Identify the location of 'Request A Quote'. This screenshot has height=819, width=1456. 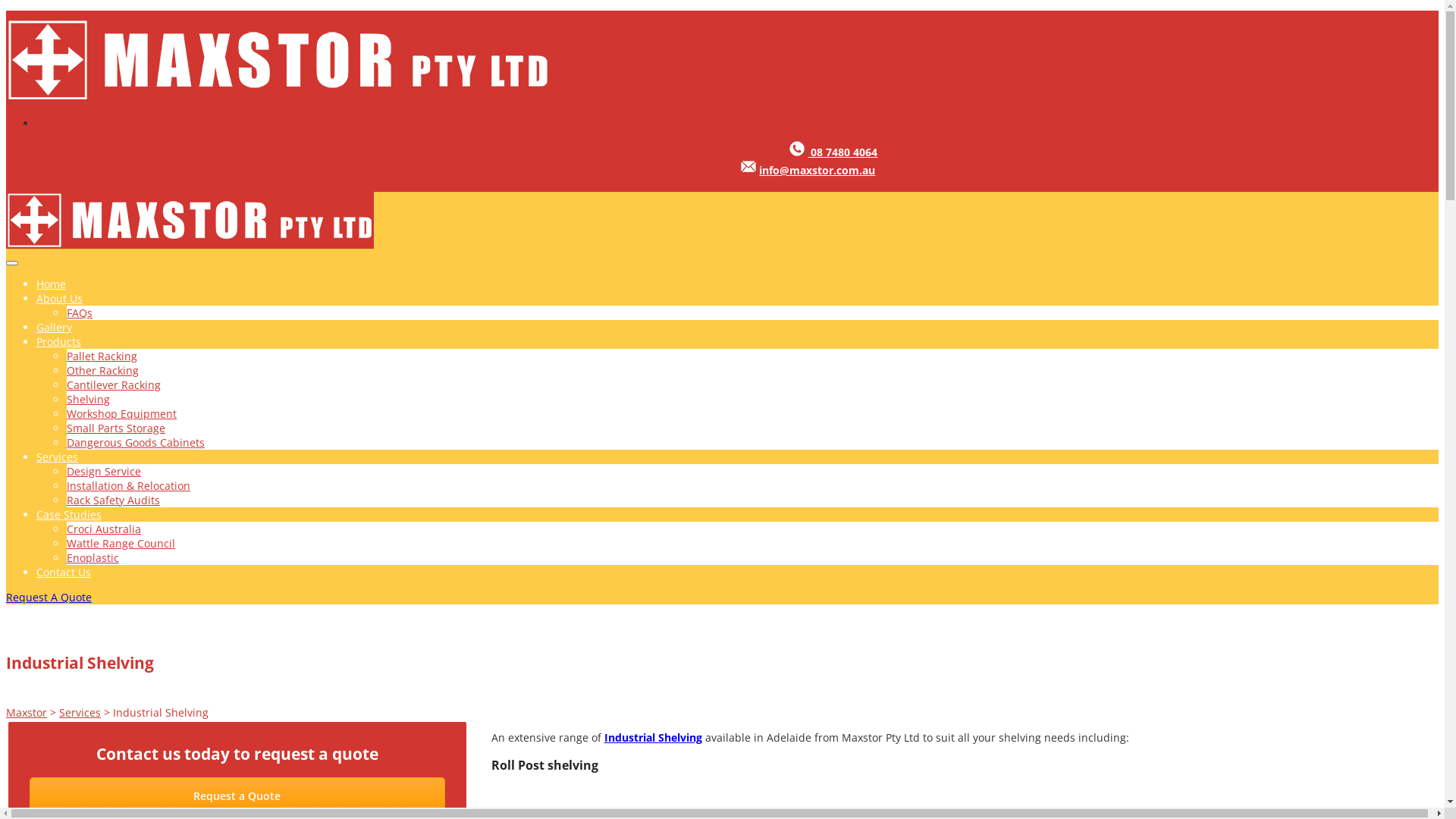
(49, 596).